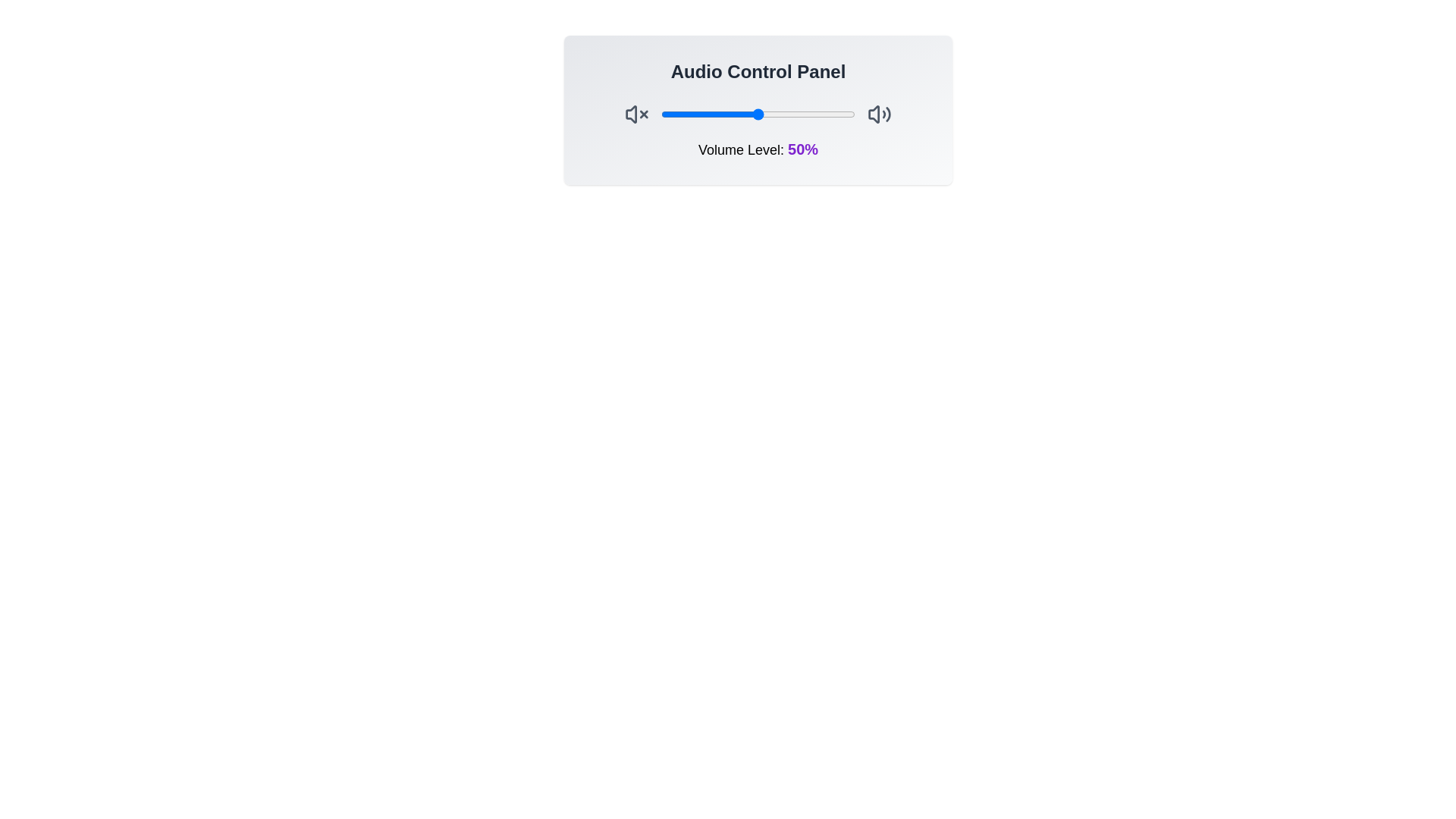  I want to click on text label indicating the current volume level of the audio interface, which is located below the audio slider and left of the '50%' percentage value, so click(742, 149).